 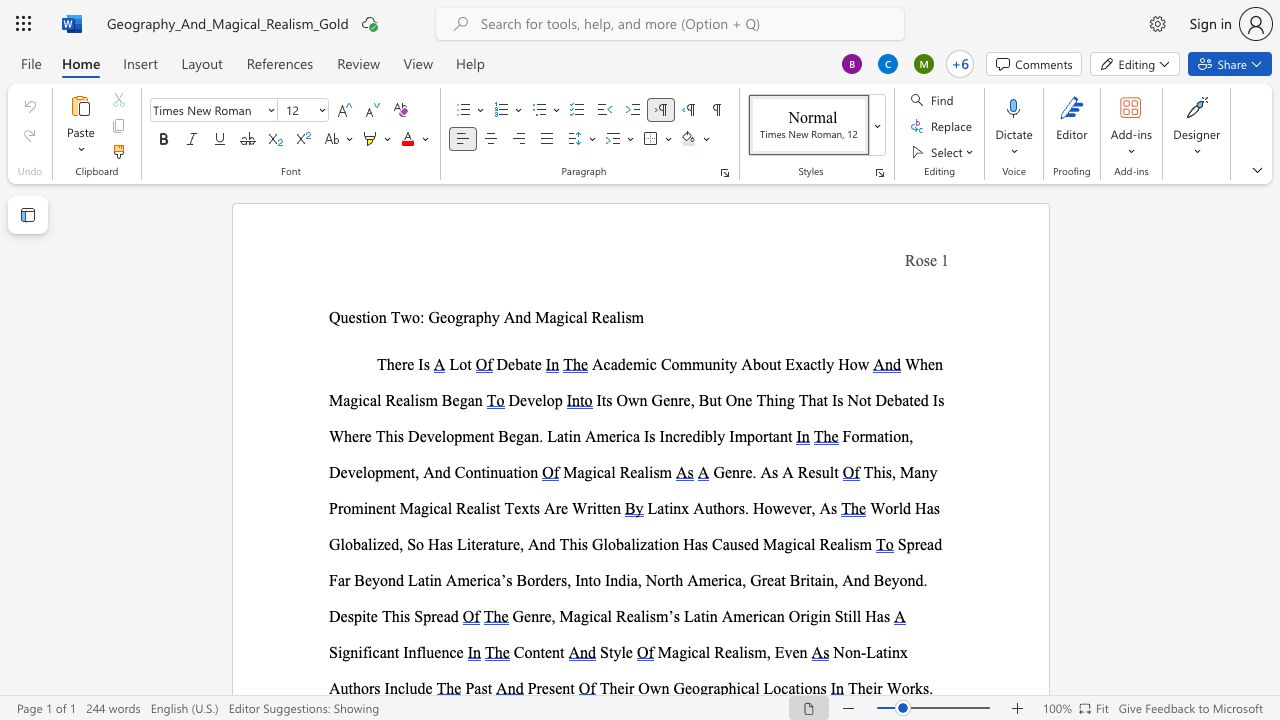 I want to click on the space between the continuous character "A" and "s" in the text, so click(x=769, y=472).